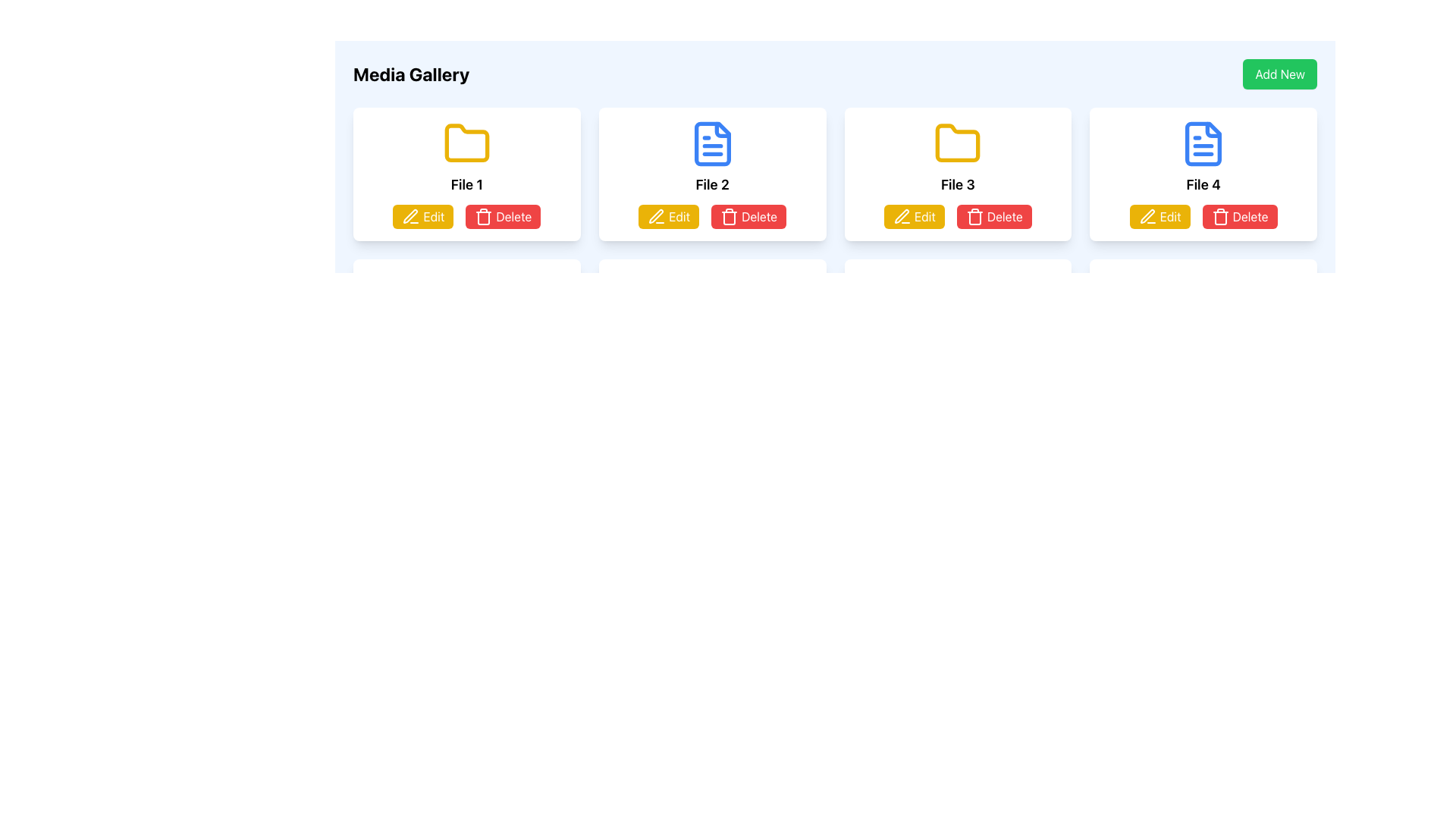  Describe the element at coordinates (1203, 143) in the screenshot. I see `the document icon representing 'File 4', which is located in the first position within the fourth file card` at that location.